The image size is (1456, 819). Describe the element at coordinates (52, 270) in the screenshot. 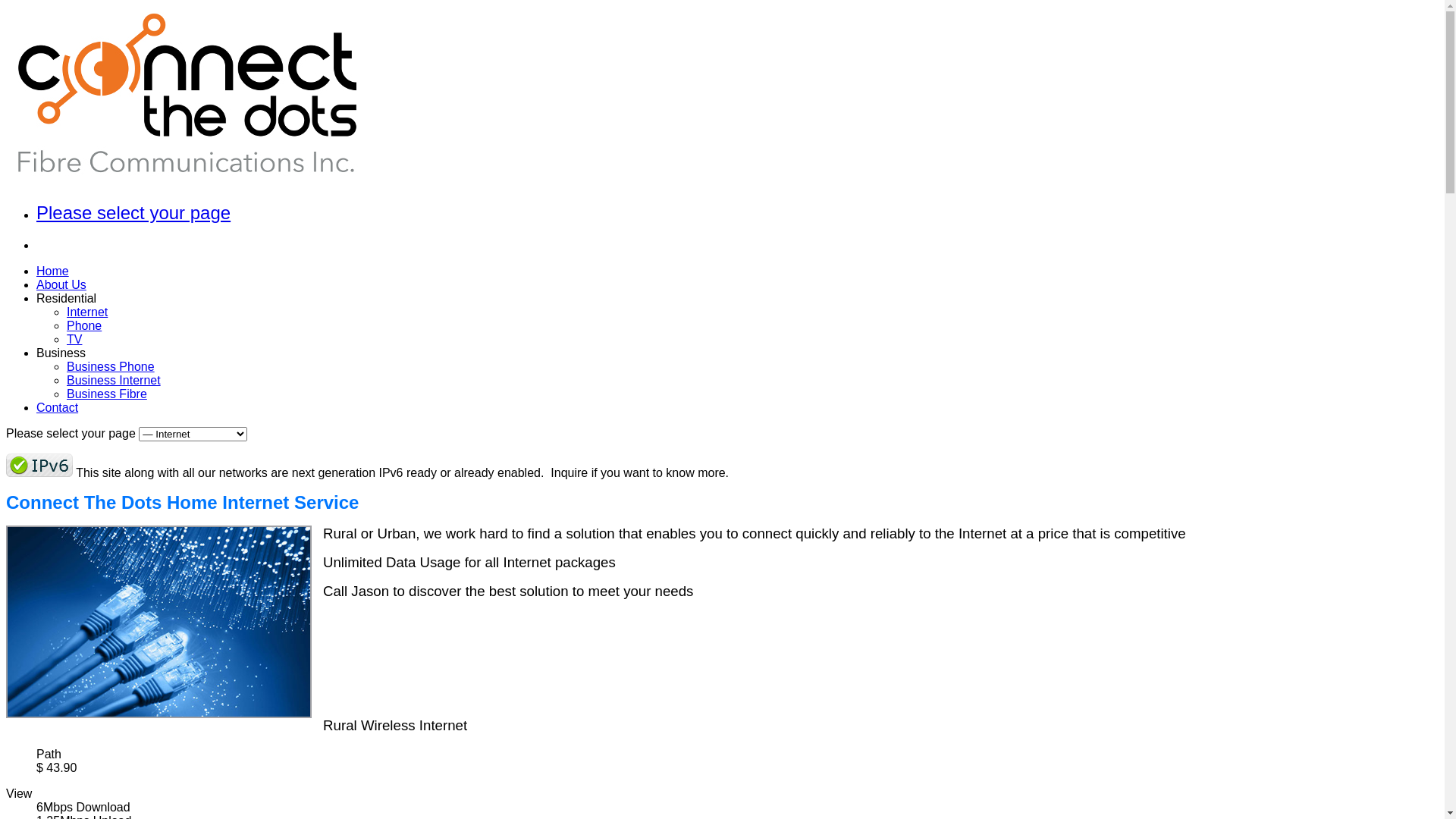

I see `'Home'` at that location.